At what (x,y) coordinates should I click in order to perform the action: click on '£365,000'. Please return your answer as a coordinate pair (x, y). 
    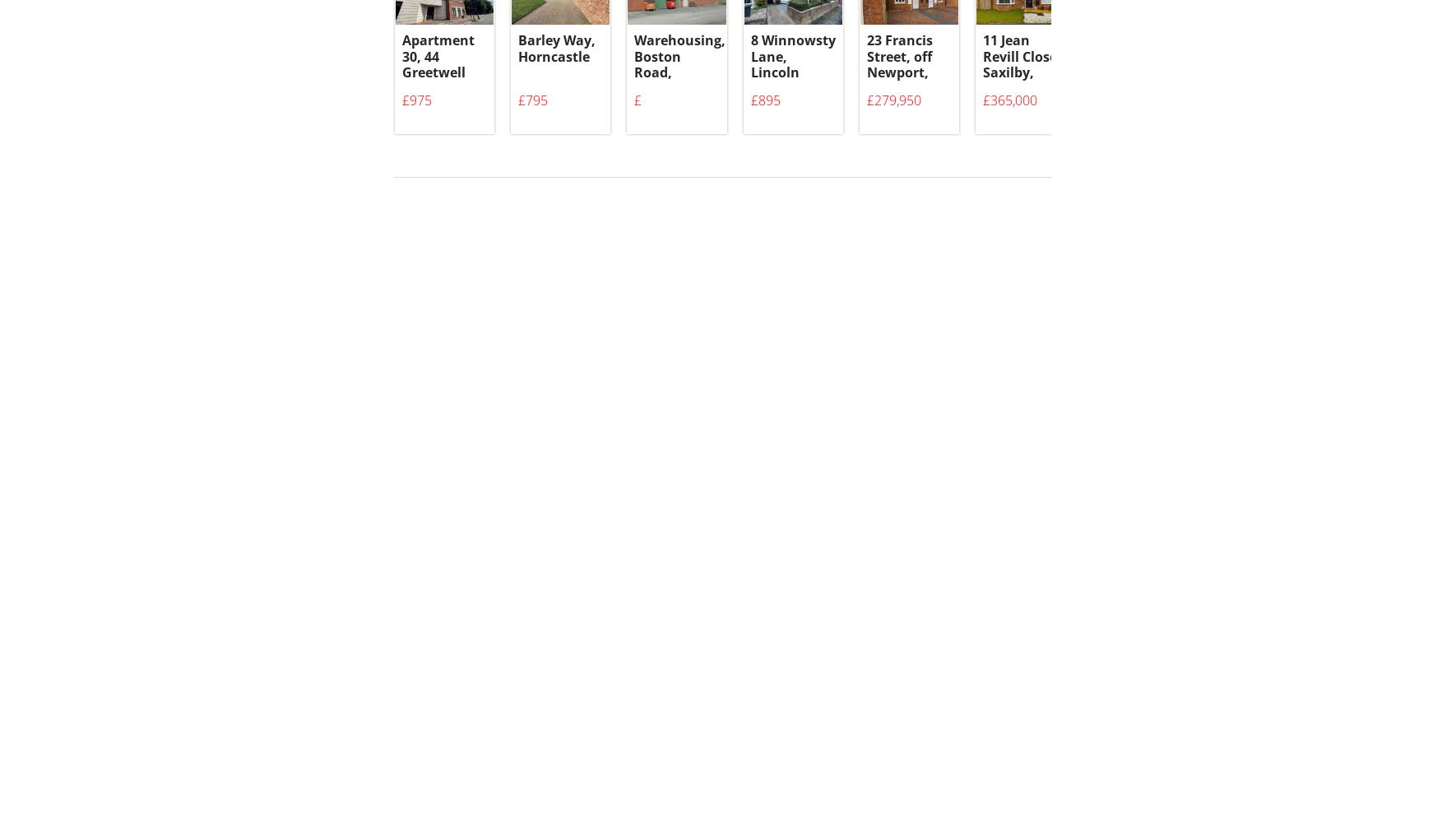
    Looking at the image, I should click on (1009, 109).